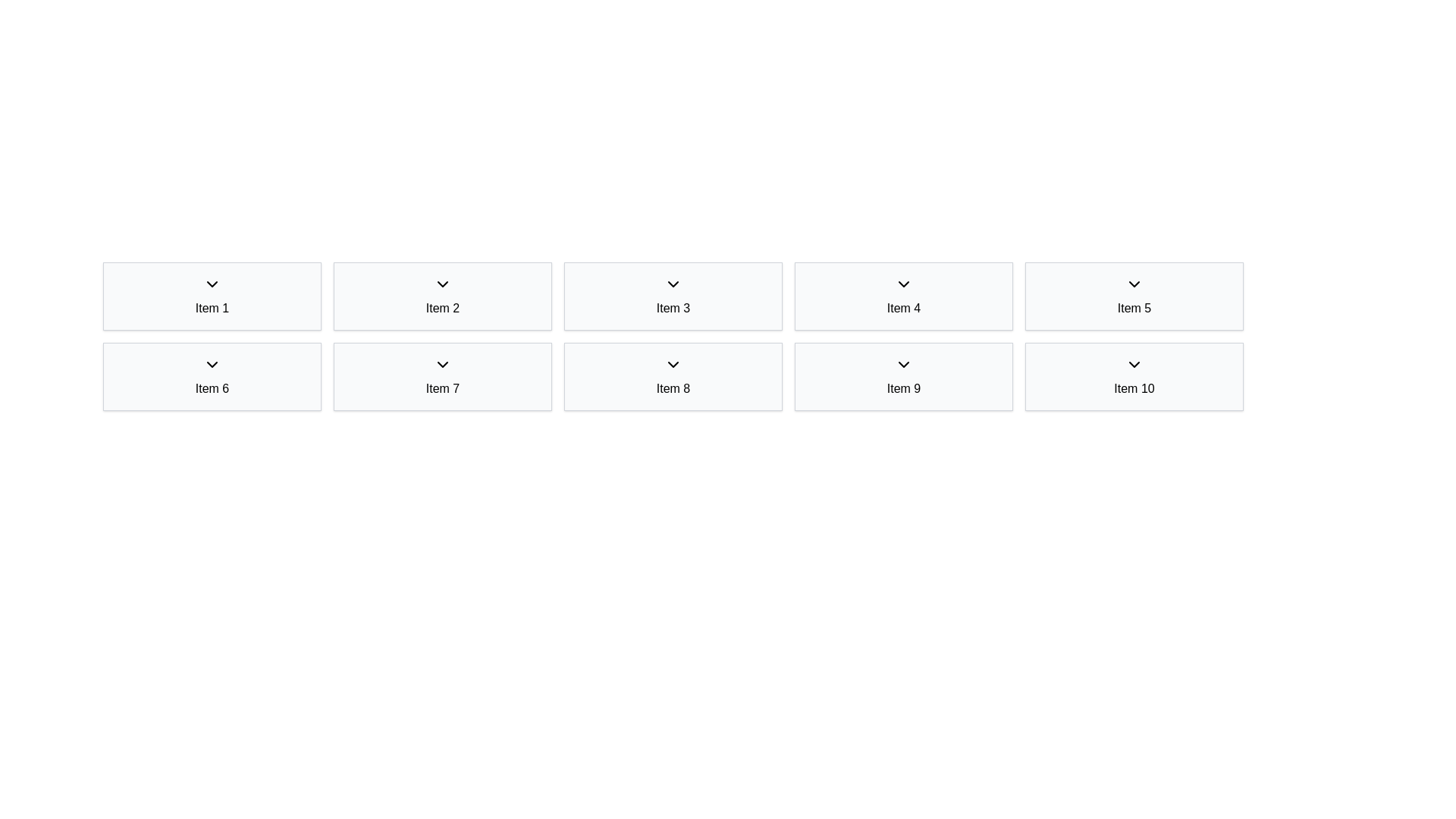 The image size is (1456, 819). I want to click on the downward-pointing arrow icon located at the top of the 'Item 9' card, so click(903, 365).